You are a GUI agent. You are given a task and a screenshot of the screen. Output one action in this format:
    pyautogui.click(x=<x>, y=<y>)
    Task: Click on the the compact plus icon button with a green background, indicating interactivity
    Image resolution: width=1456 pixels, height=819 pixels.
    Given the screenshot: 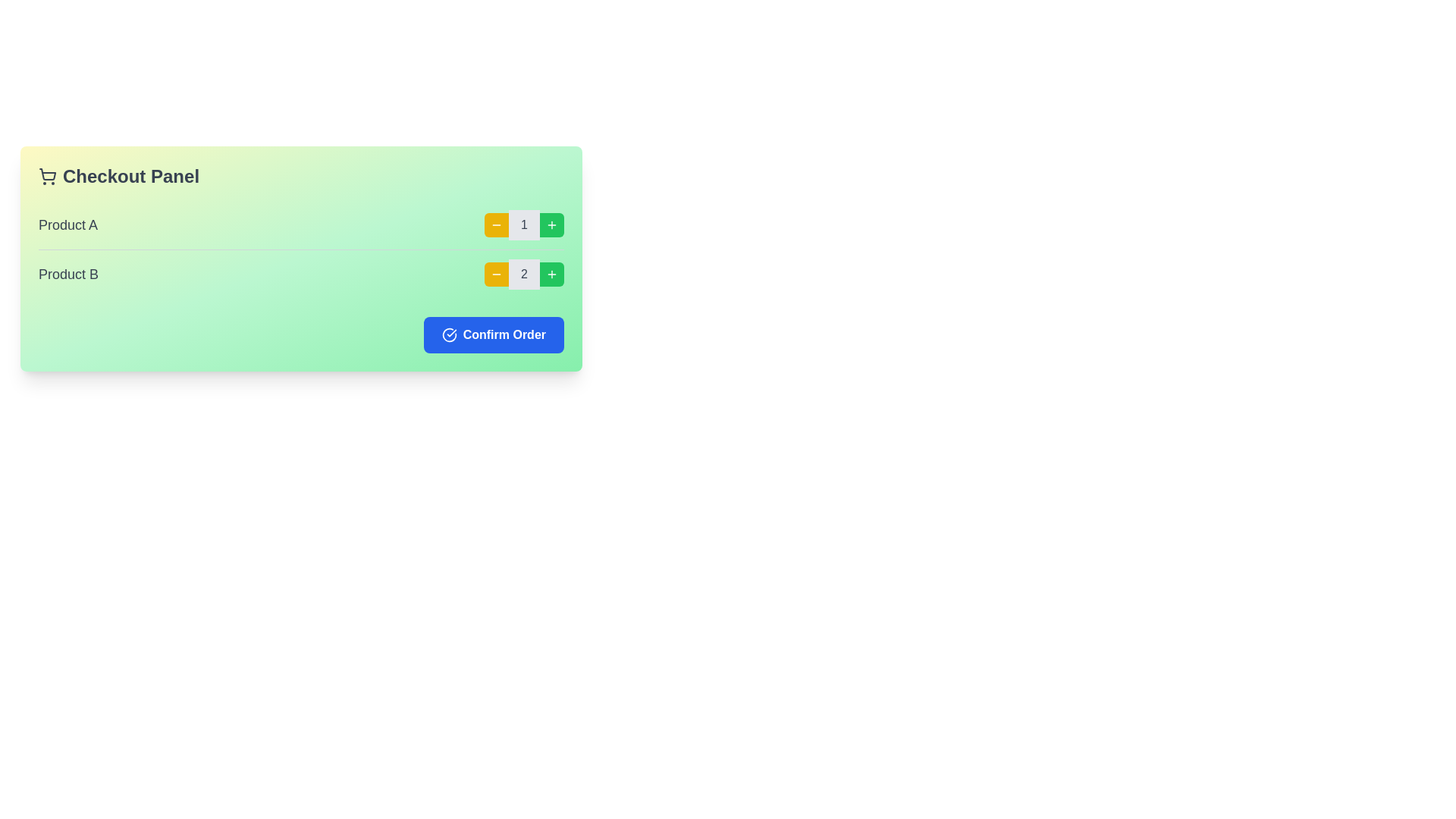 What is the action you would take?
    pyautogui.click(x=551, y=275)
    